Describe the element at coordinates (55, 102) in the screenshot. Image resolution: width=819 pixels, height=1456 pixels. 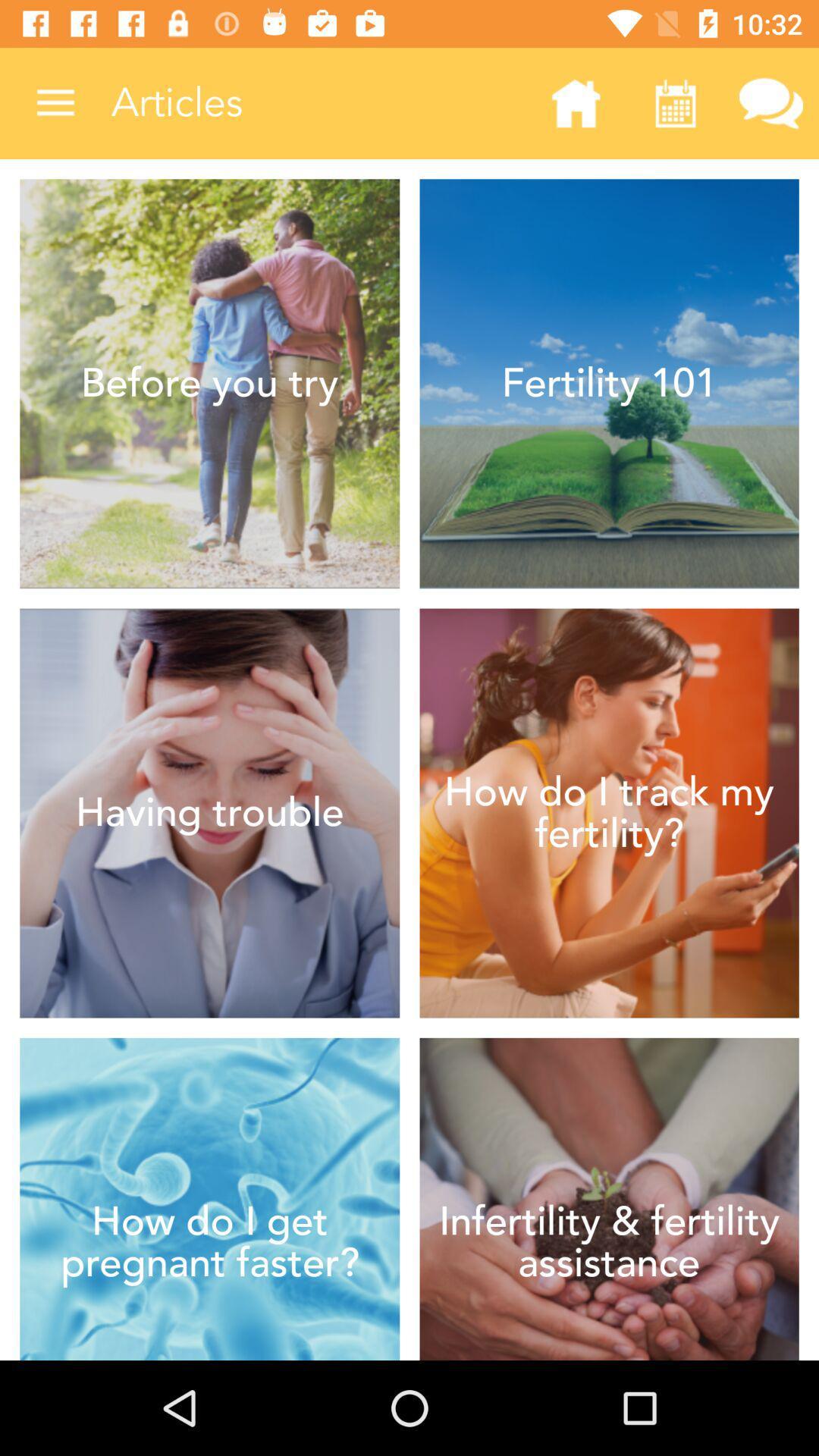
I see `the item next to articles icon` at that location.